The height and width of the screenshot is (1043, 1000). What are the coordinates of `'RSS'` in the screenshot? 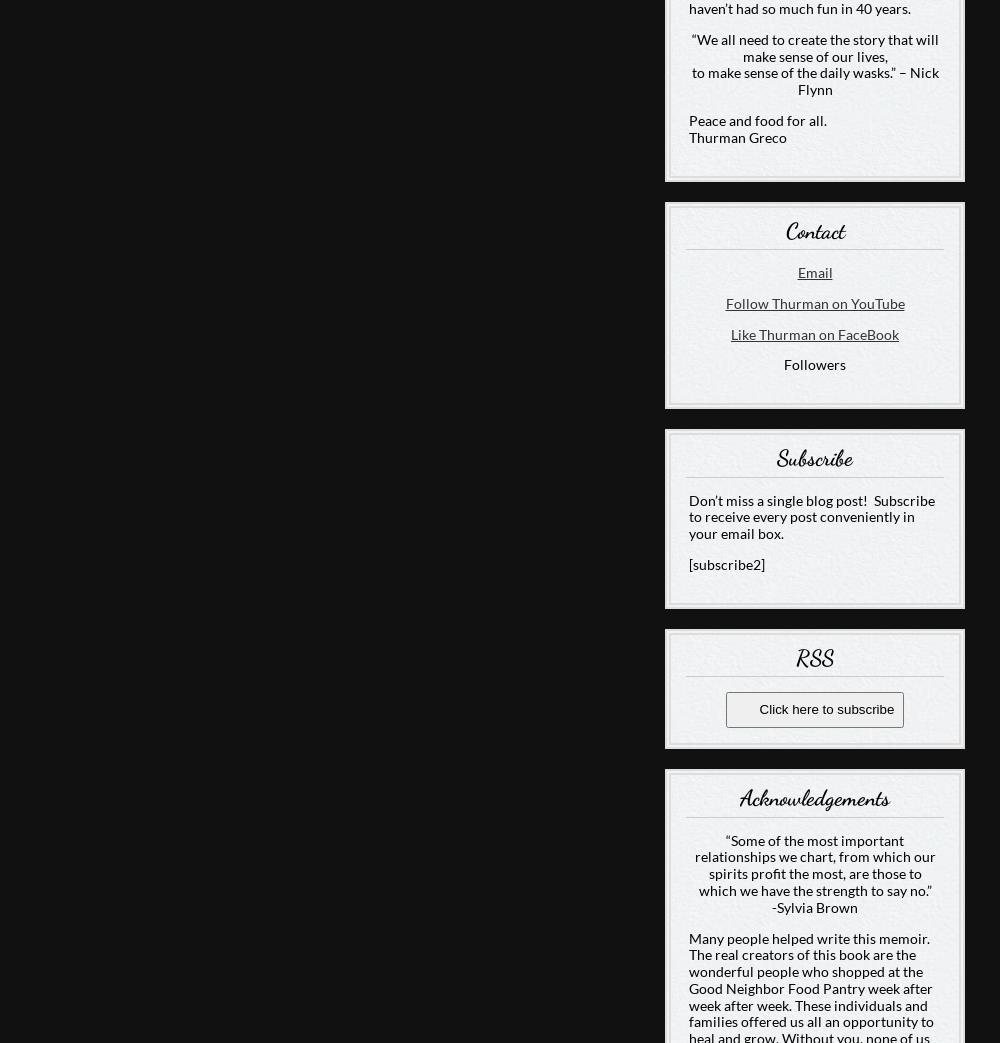 It's located at (796, 655).